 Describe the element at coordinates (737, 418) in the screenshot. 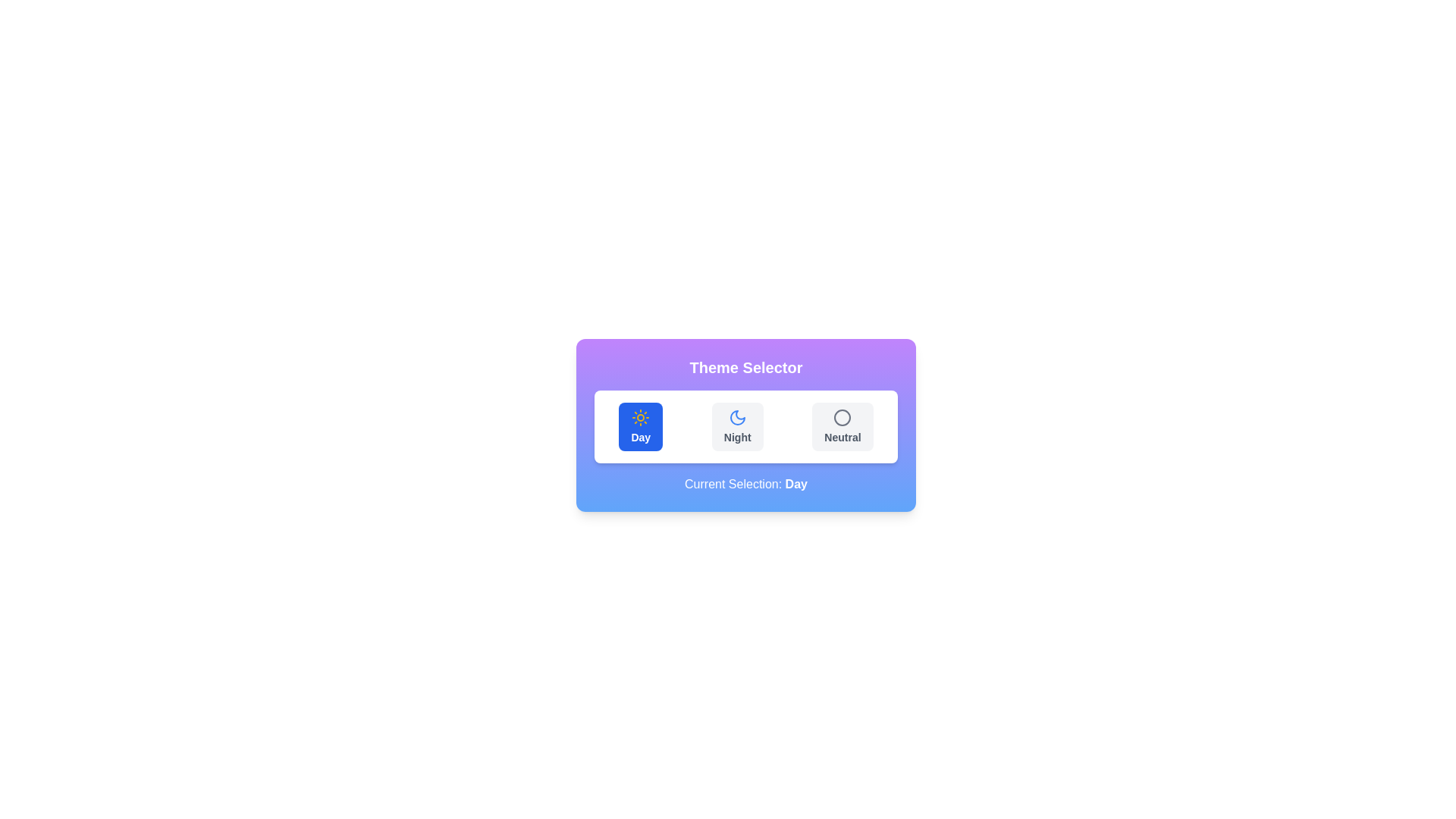

I see `the 'Night' theme button, which is the second option in the theme selector interface` at that location.